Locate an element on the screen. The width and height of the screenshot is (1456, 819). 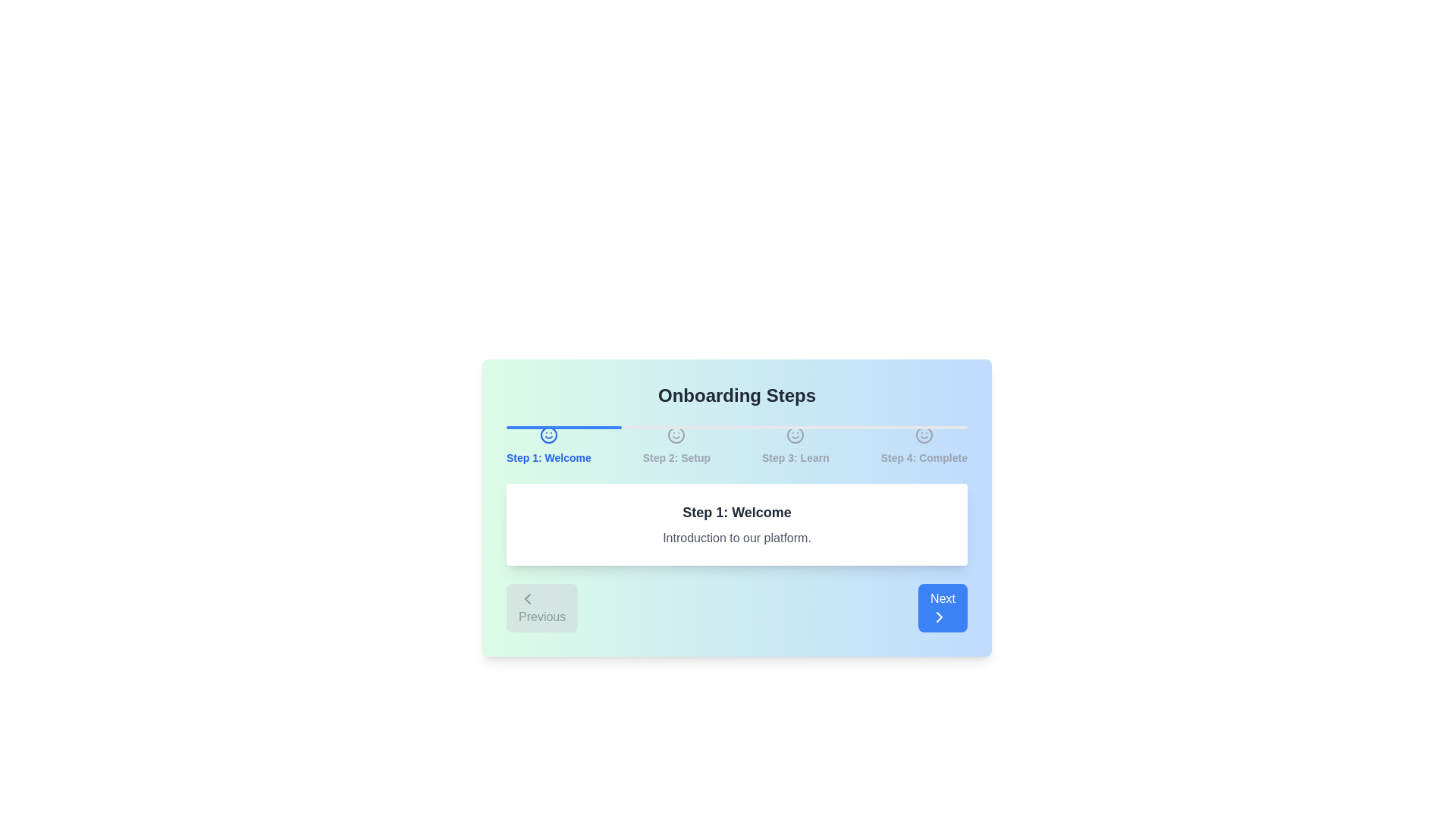
the fourth step icon in the onboarding process, which visually indicates that this step is marked as complete is located at coordinates (923, 435).